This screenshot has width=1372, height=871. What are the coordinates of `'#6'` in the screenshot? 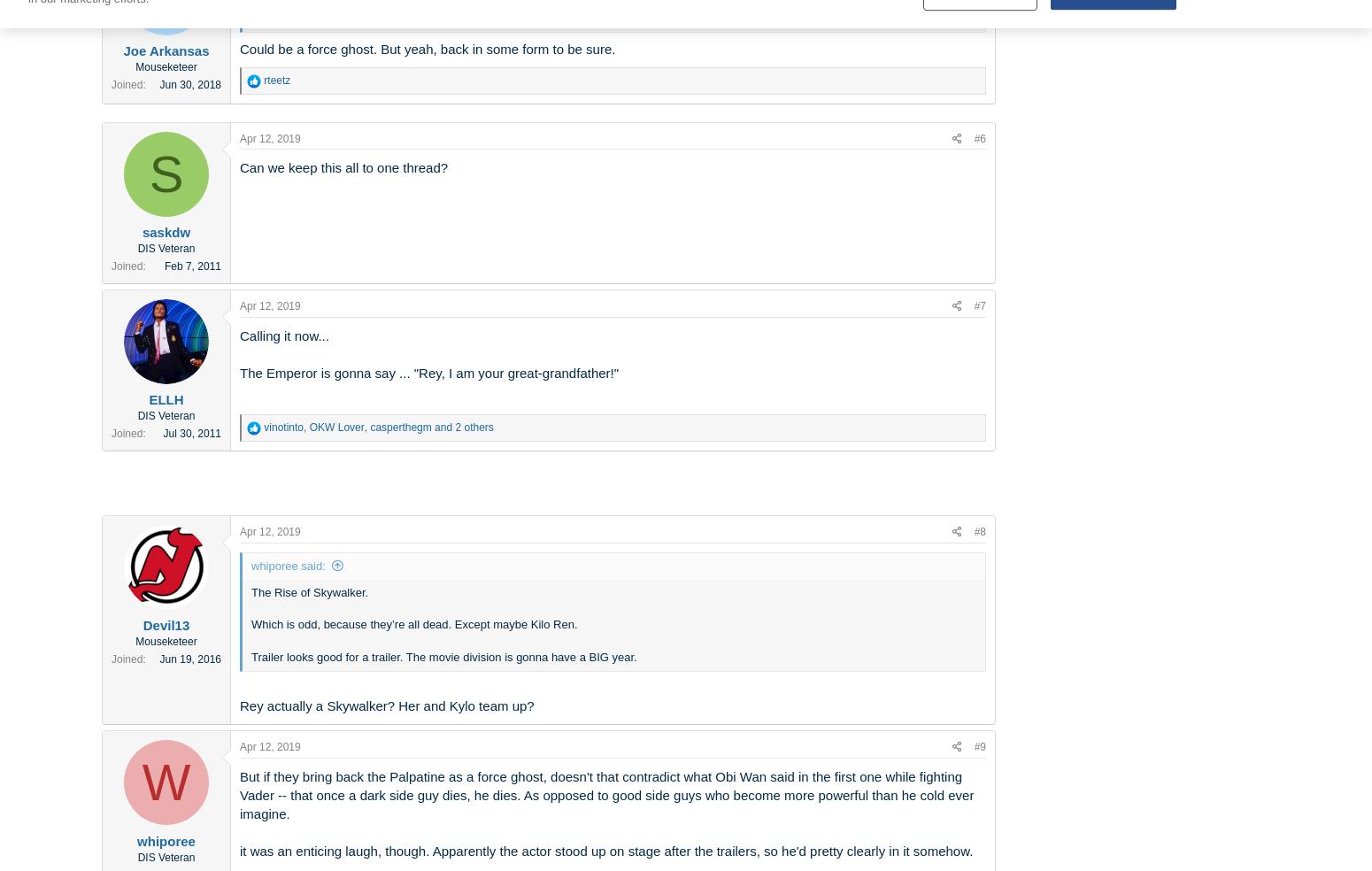 It's located at (979, 137).